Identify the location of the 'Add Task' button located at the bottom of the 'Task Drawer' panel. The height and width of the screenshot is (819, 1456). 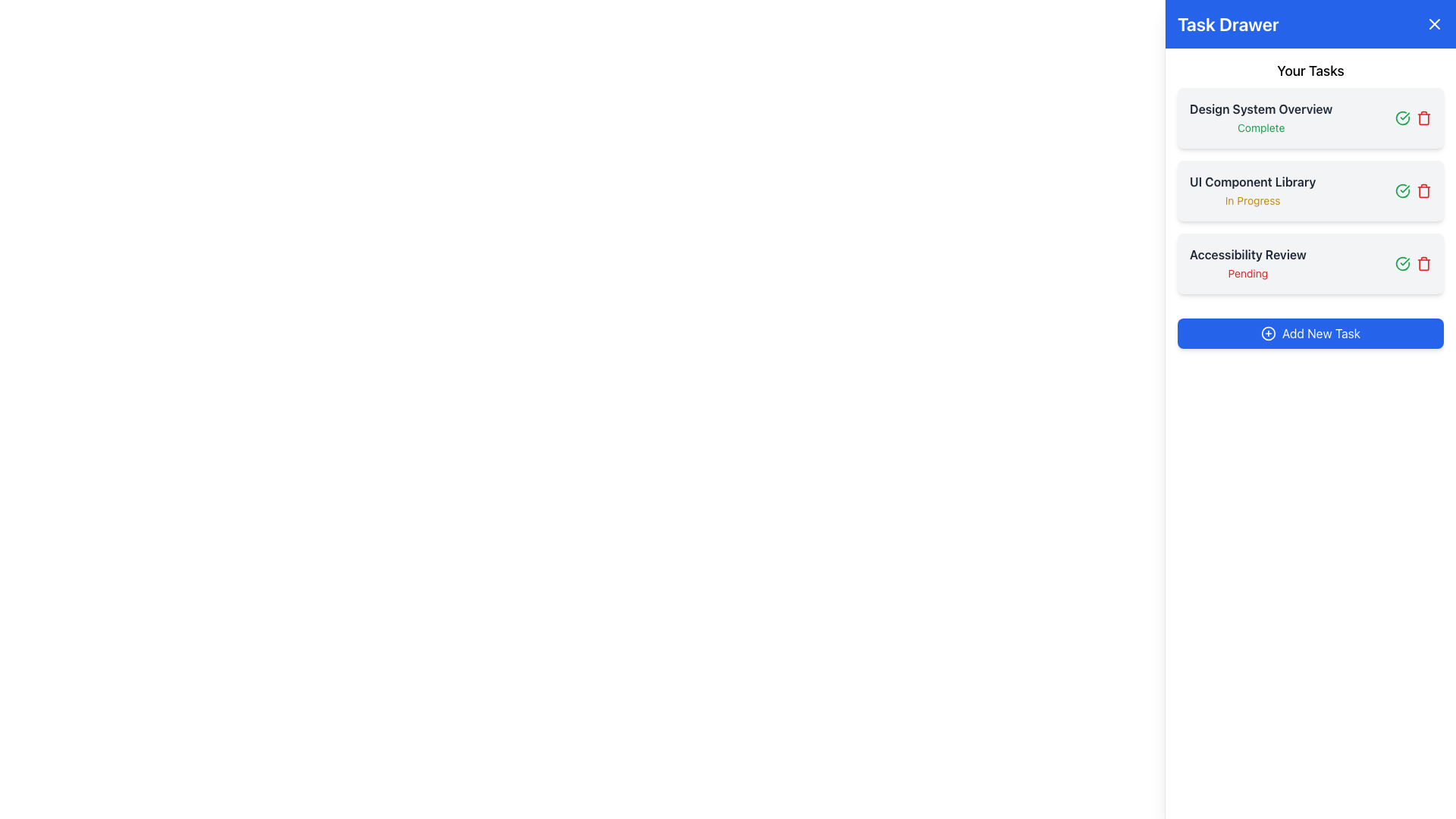
(1310, 332).